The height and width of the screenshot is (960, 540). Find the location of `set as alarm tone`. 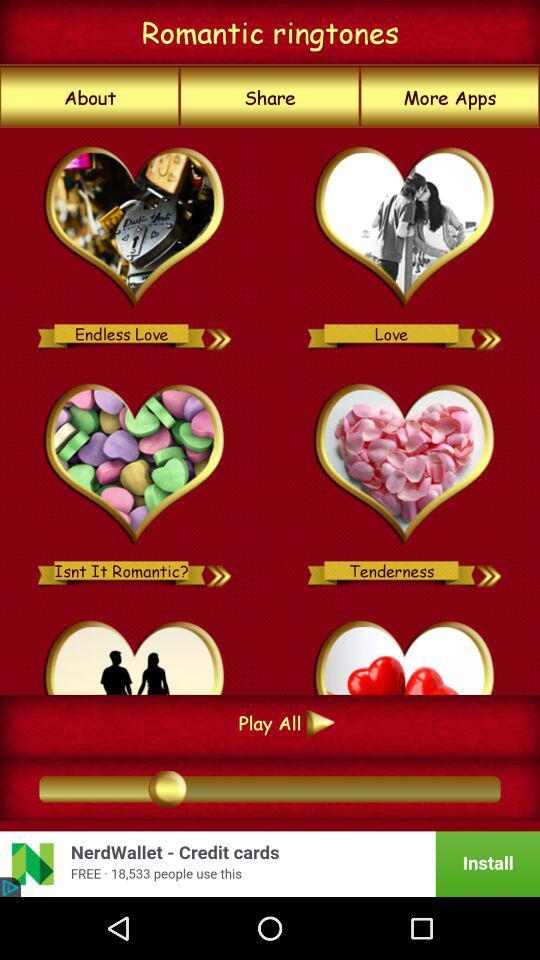

set as alarm tone is located at coordinates (219, 570).